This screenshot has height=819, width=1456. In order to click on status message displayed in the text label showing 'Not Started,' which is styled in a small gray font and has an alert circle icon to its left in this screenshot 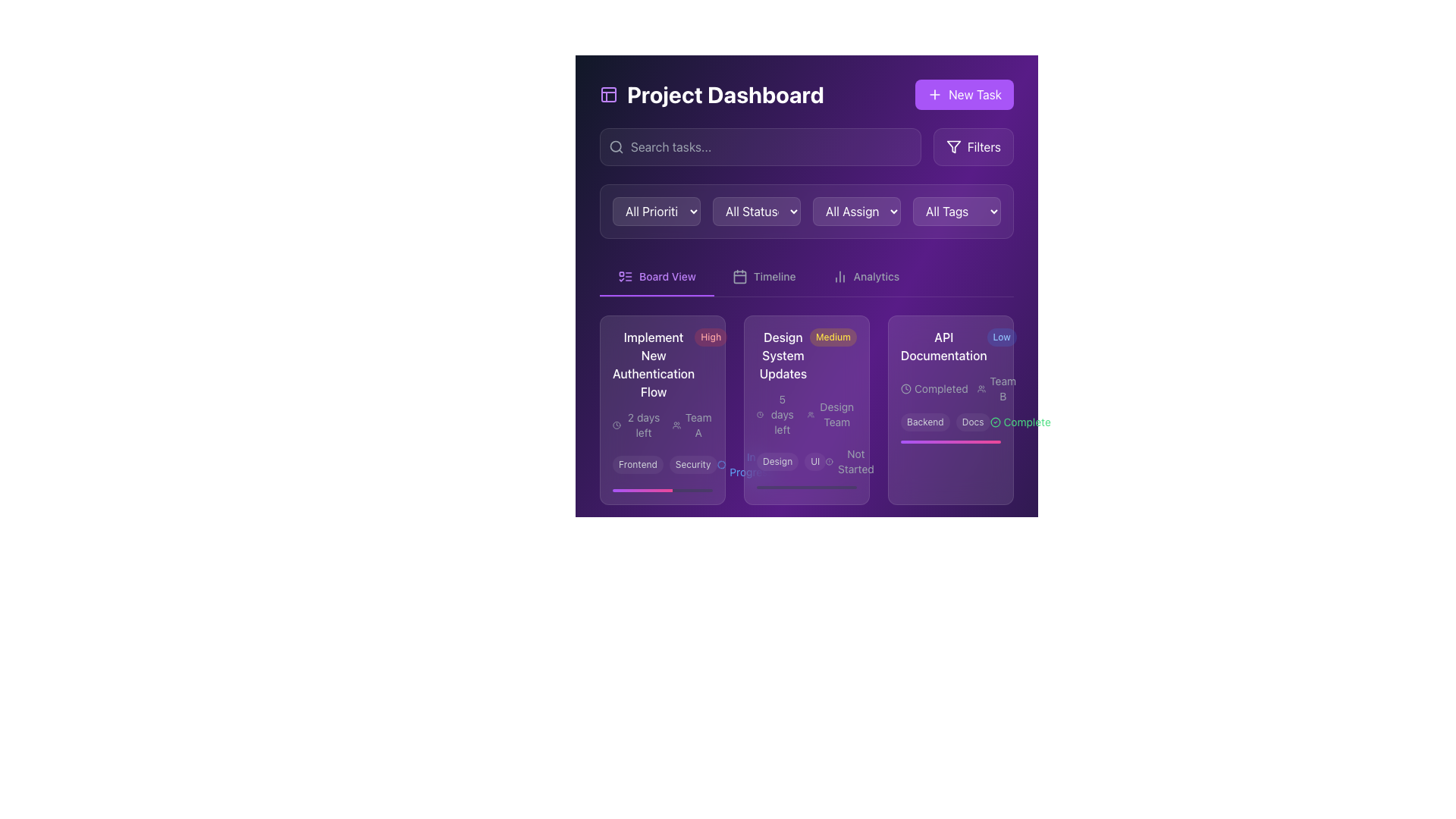, I will do `click(851, 461)`.